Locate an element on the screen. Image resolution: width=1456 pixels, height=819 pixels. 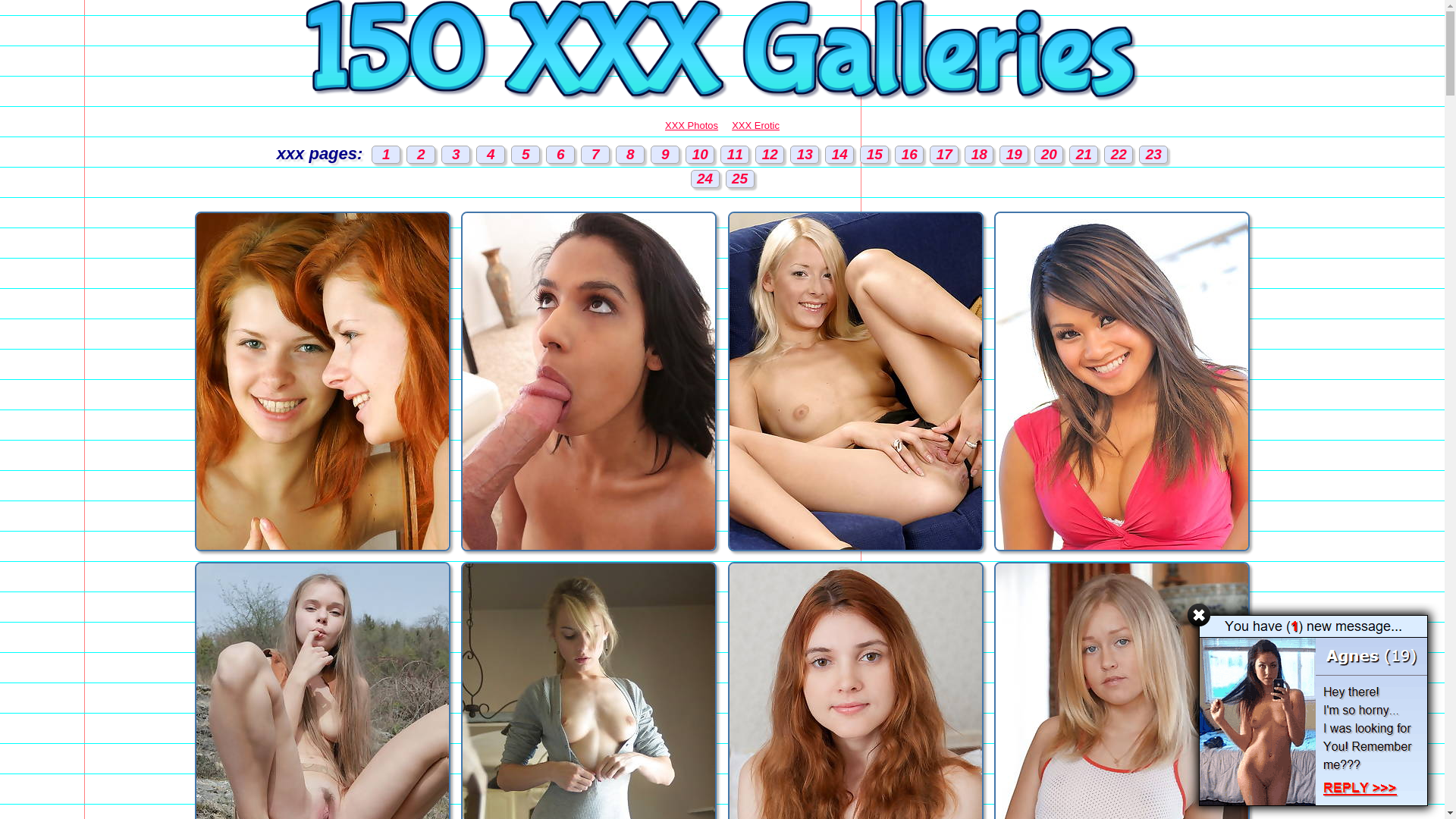
'6' is located at coordinates (546, 155).